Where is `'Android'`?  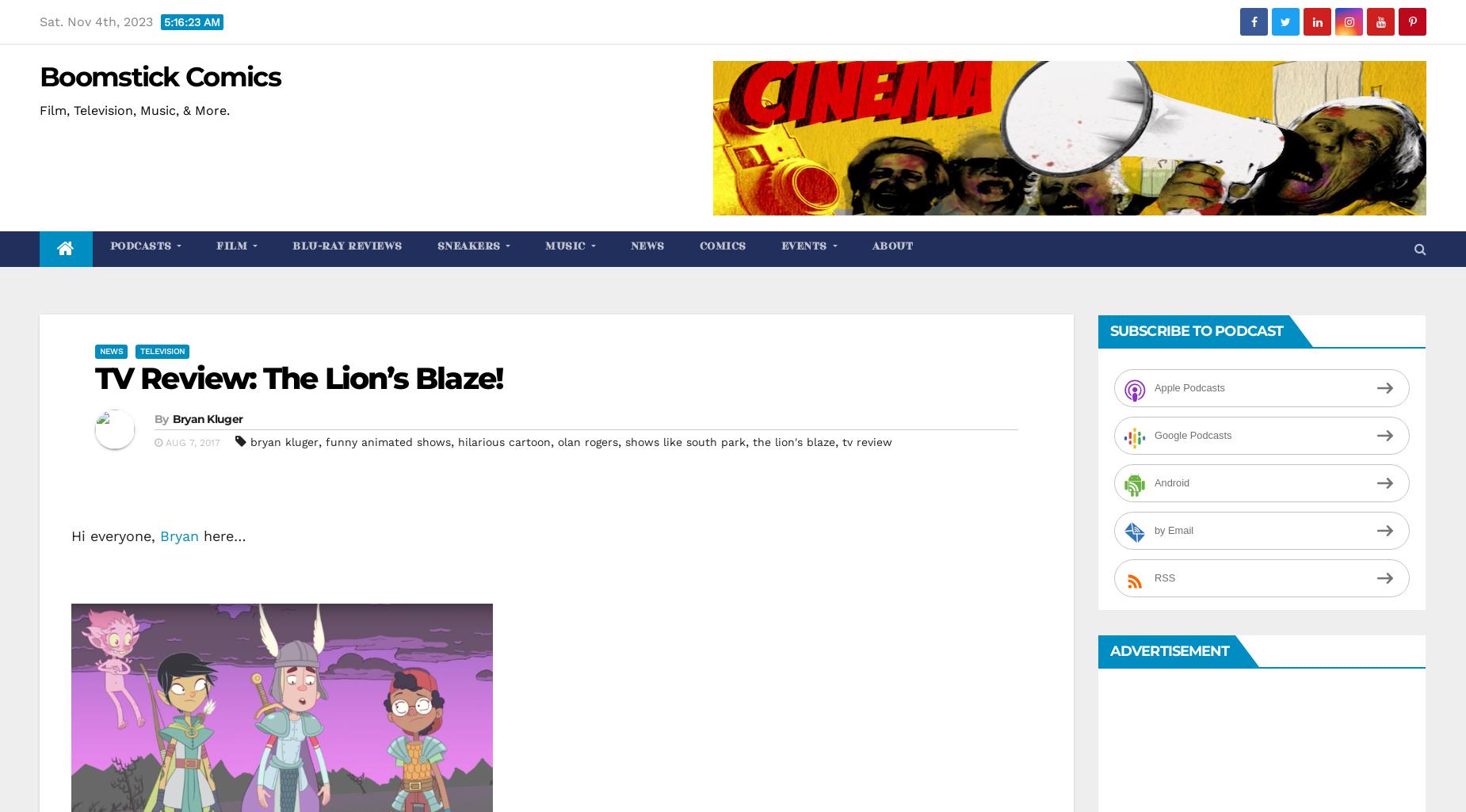 'Android' is located at coordinates (1172, 482).